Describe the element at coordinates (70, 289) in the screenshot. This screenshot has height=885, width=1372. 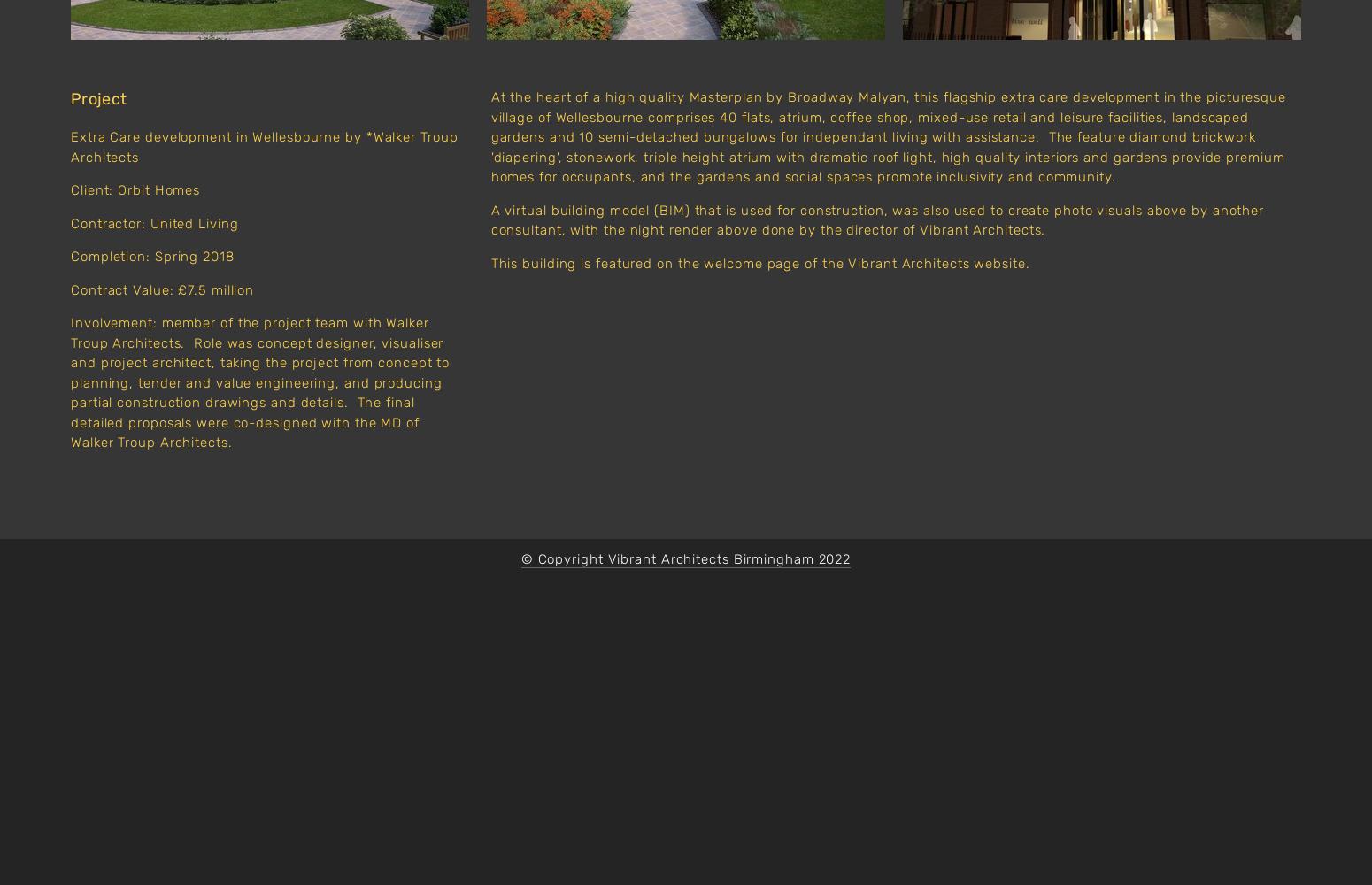
I see `'Contract Value: £7.5 million'` at that location.